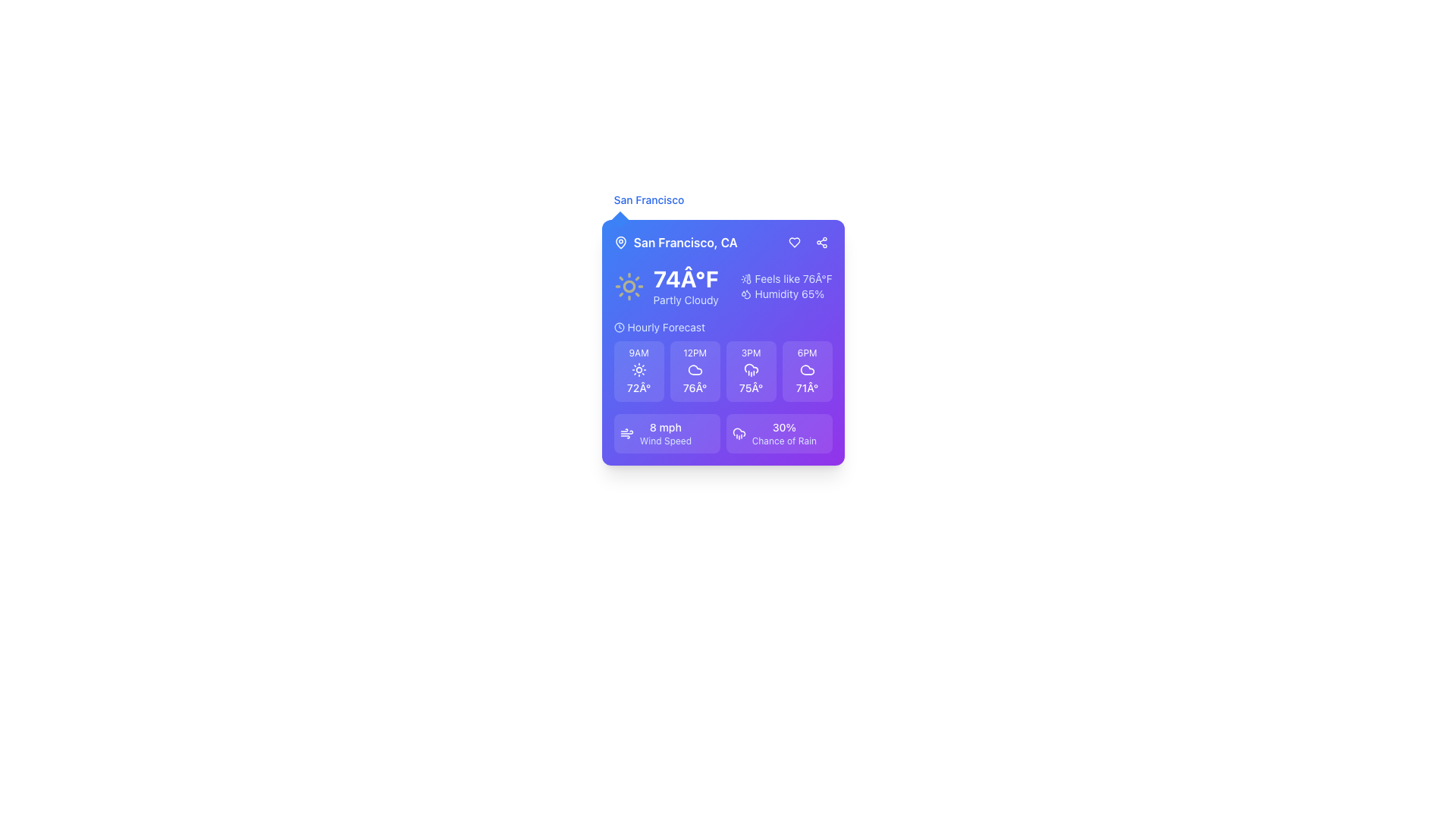 Image resolution: width=1456 pixels, height=819 pixels. Describe the element at coordinates (685, 278) in the screenshot. I see `the temperature display element showing '74Â°F' in a large, bold white font against a purple background, located at the top-center of the weather widget` at that location.